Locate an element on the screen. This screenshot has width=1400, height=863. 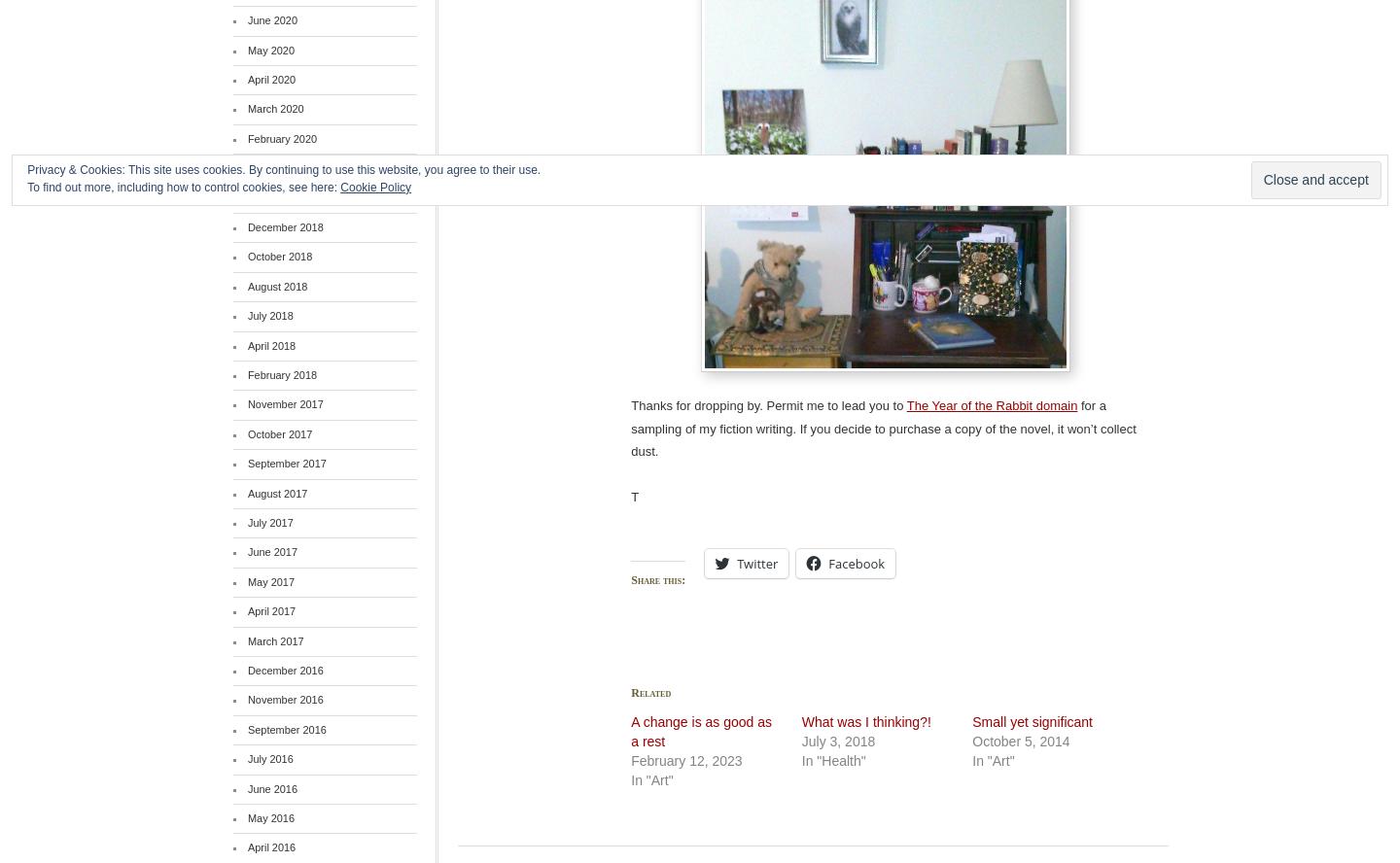
'May 2017' is located at coordinates (269, 580).